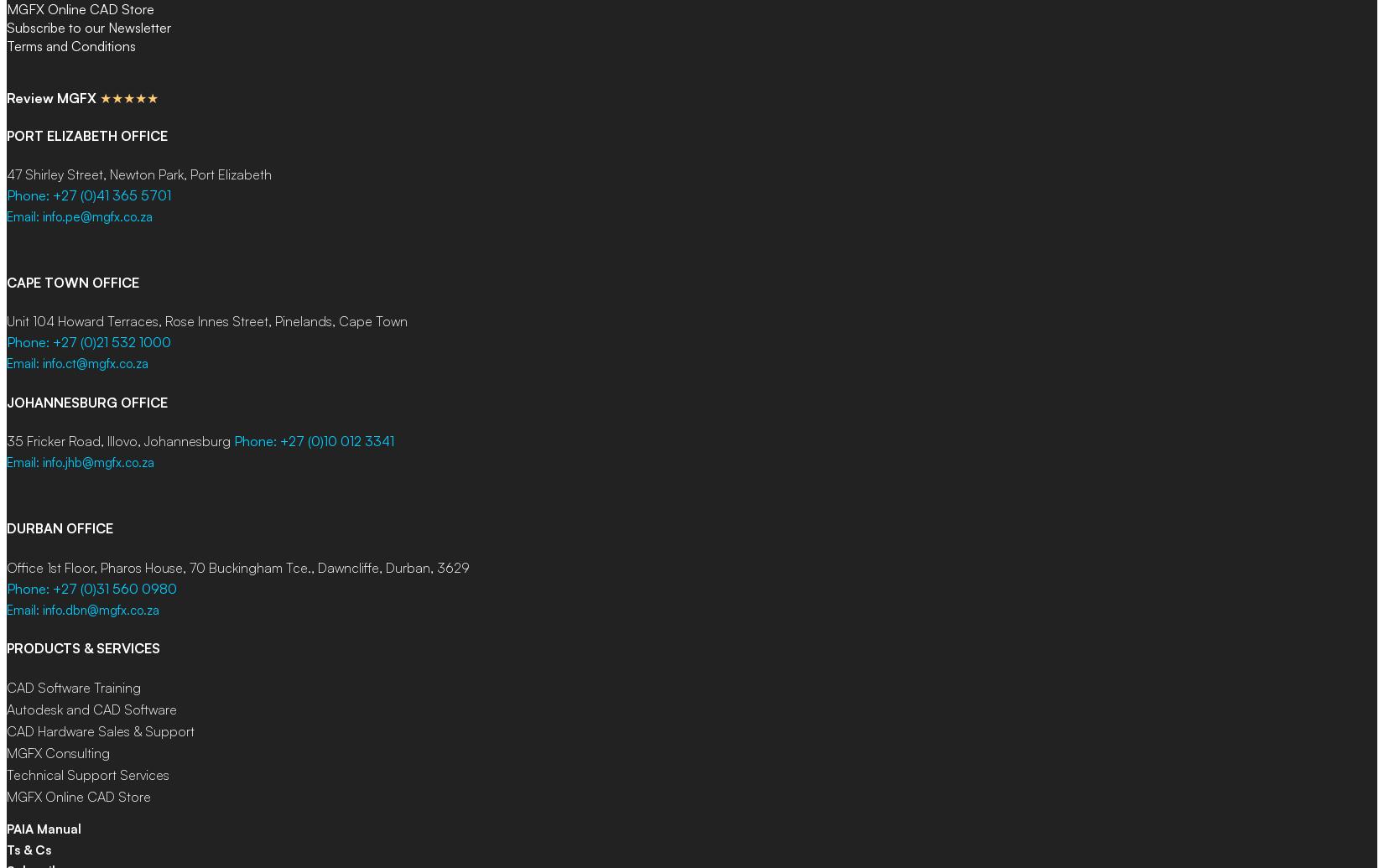  Describe the element at coordinates (91, 587) in the screenshot. I see `'Phone: +27 (0)31 560 0980'` at that location.